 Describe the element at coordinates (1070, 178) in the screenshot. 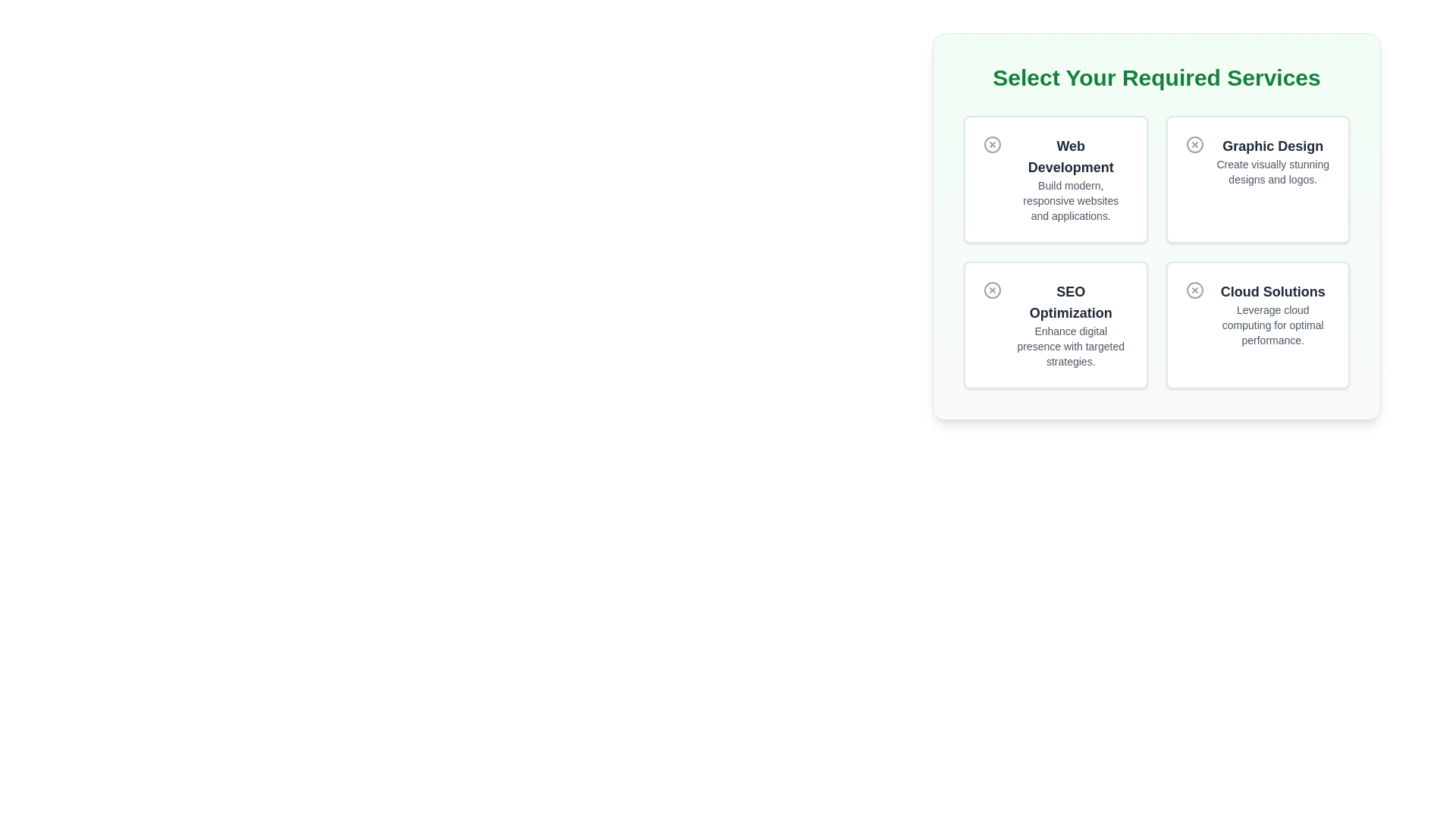

I see `the textual details of the top-left informational card labeled 'Web Development Services' within the 'Select Your Required Services' grid layout` at that location.